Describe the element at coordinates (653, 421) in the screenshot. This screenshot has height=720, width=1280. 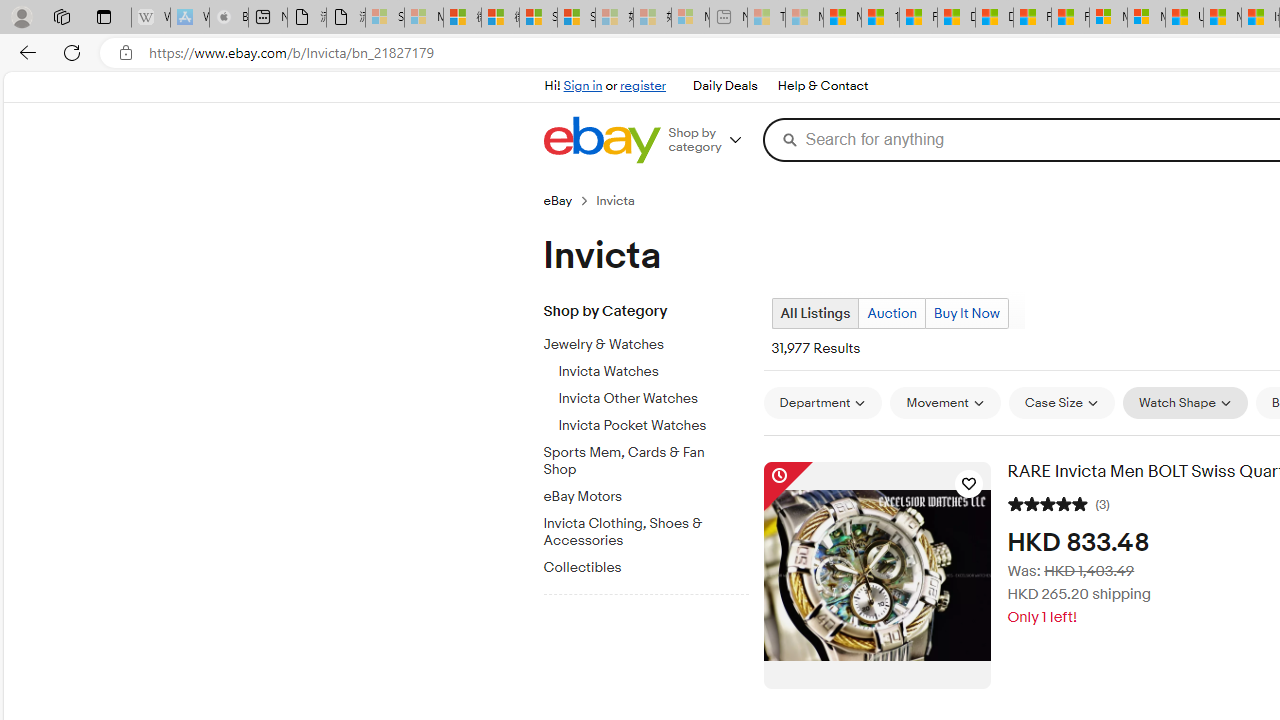
I see `'Invicta Pocket Watches'` at that location.